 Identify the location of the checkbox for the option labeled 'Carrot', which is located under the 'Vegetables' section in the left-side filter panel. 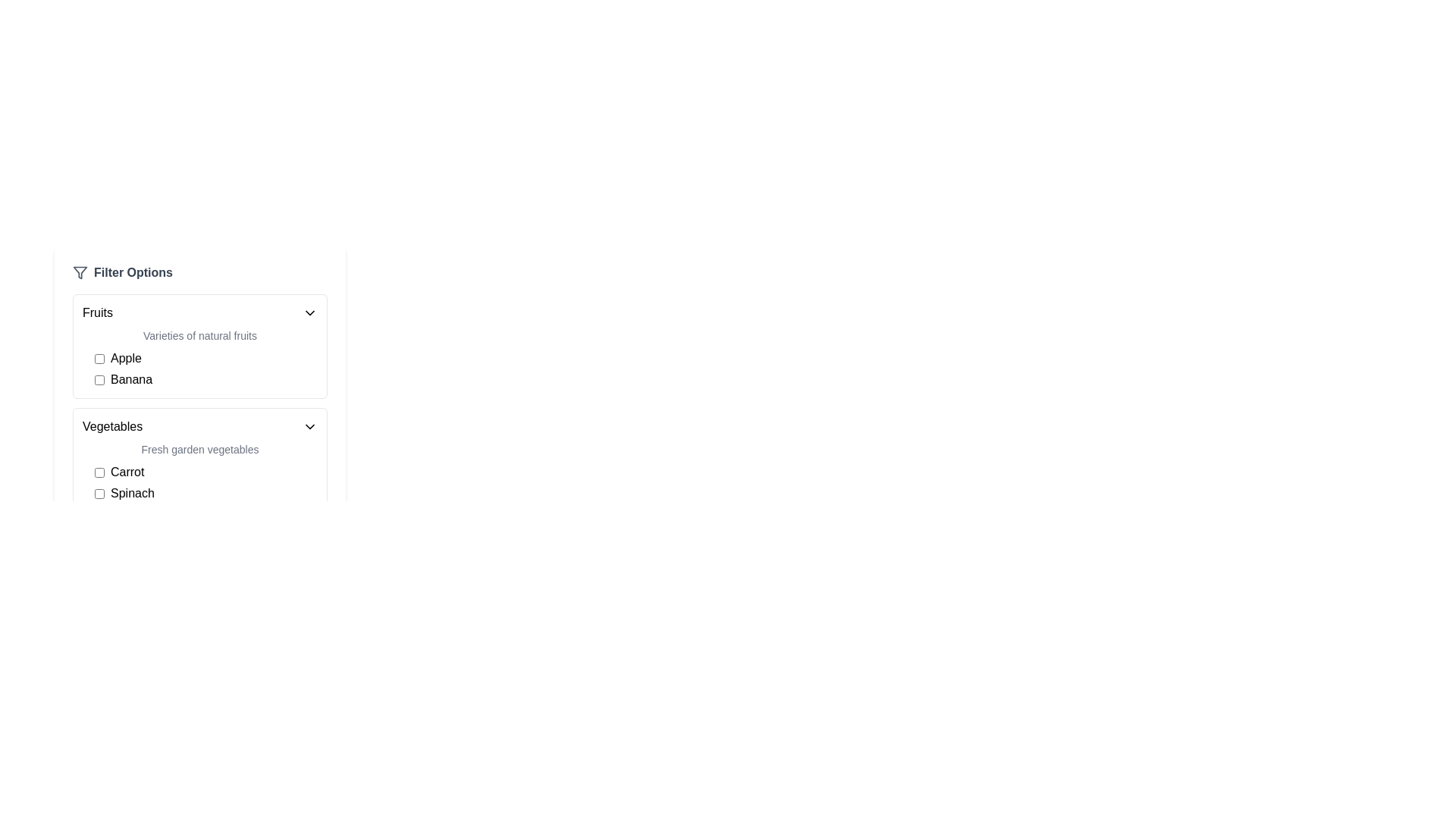
(206, 472).